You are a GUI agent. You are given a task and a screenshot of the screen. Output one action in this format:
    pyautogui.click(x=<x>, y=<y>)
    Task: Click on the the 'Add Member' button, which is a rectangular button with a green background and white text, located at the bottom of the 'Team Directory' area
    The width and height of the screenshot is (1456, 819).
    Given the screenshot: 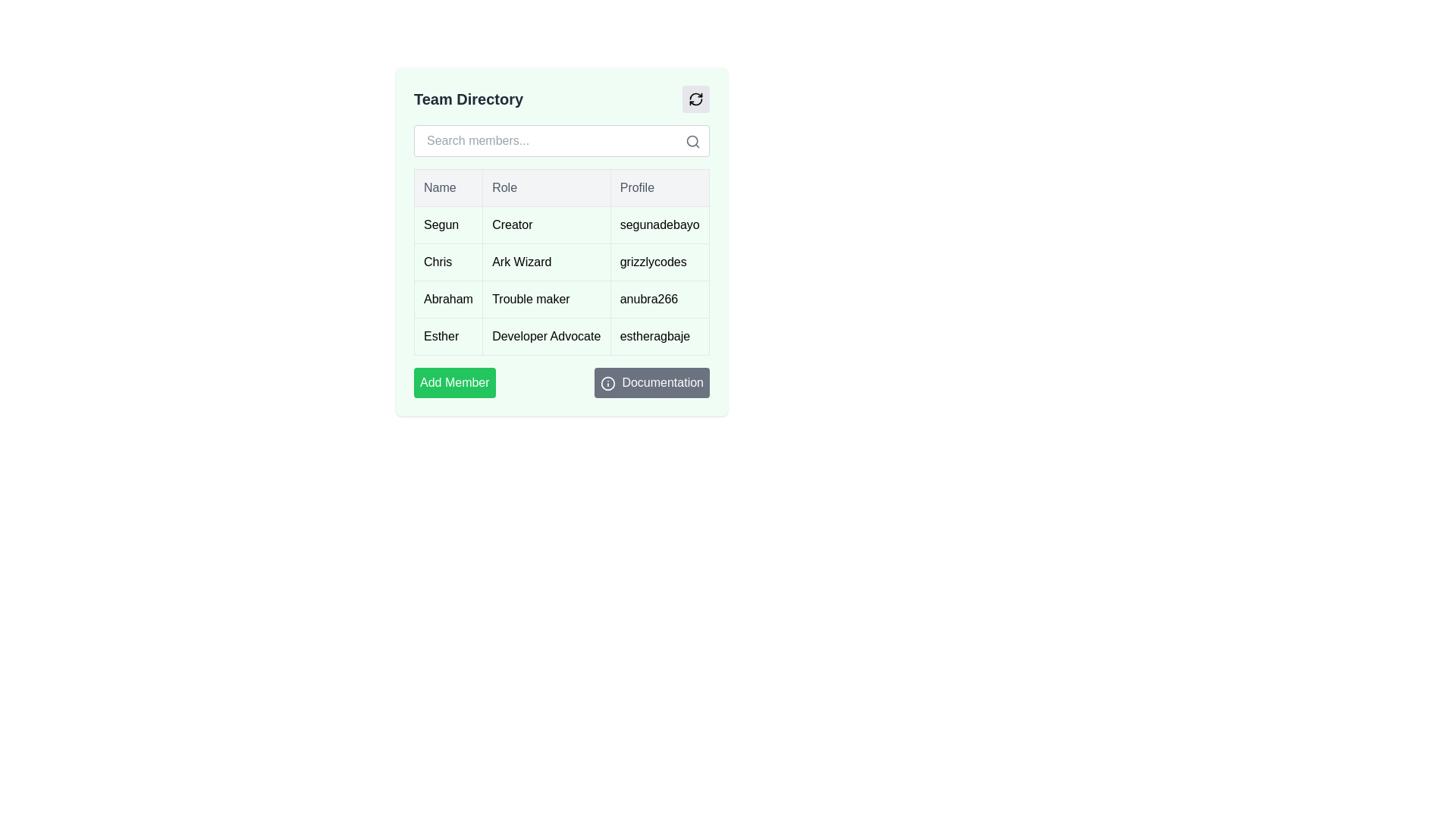 What is the action you would take?
    pyautogui.click(x=453, y=382)
    